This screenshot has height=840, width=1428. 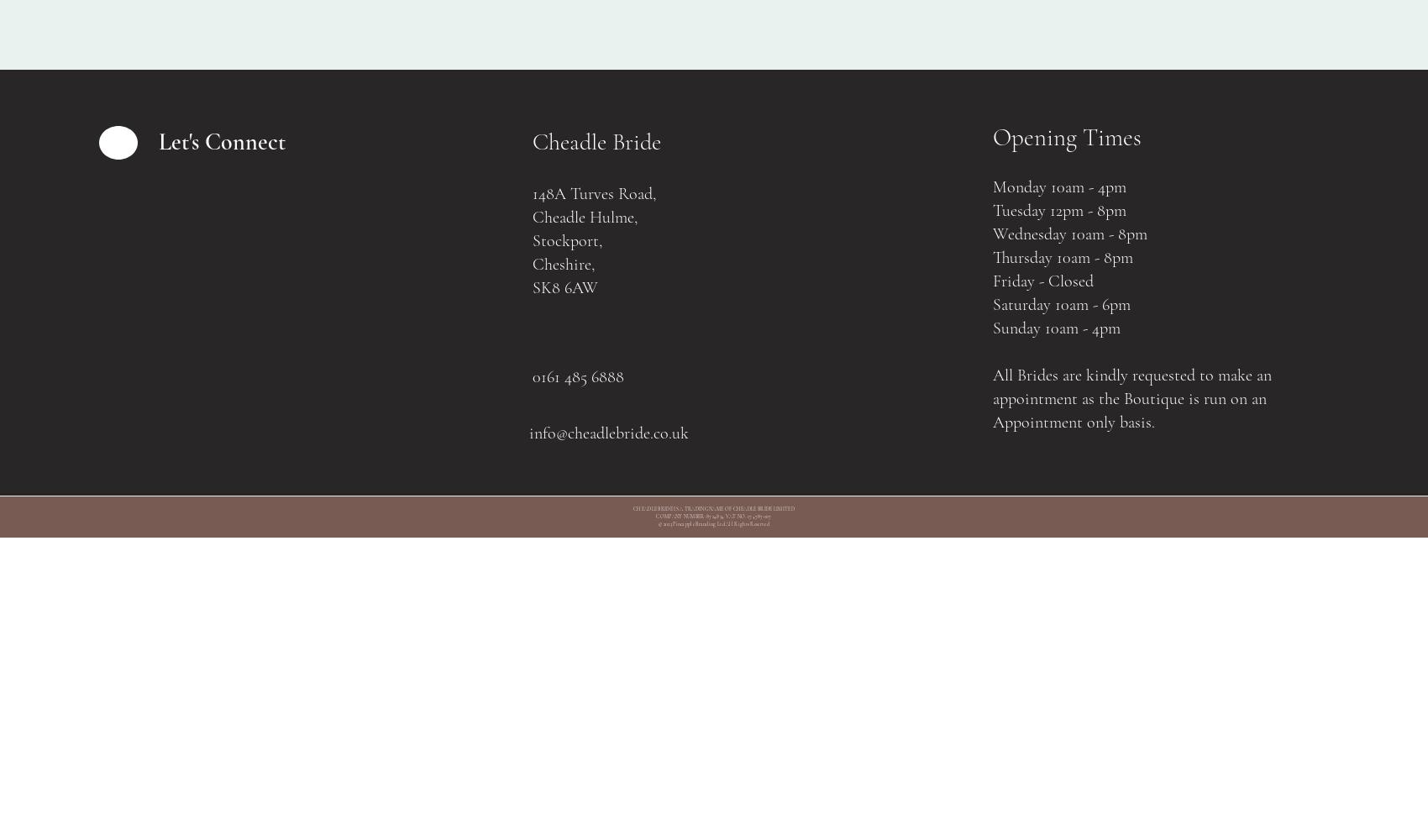 I want to click on 'Let's Connect', so click(x=222, y=142).